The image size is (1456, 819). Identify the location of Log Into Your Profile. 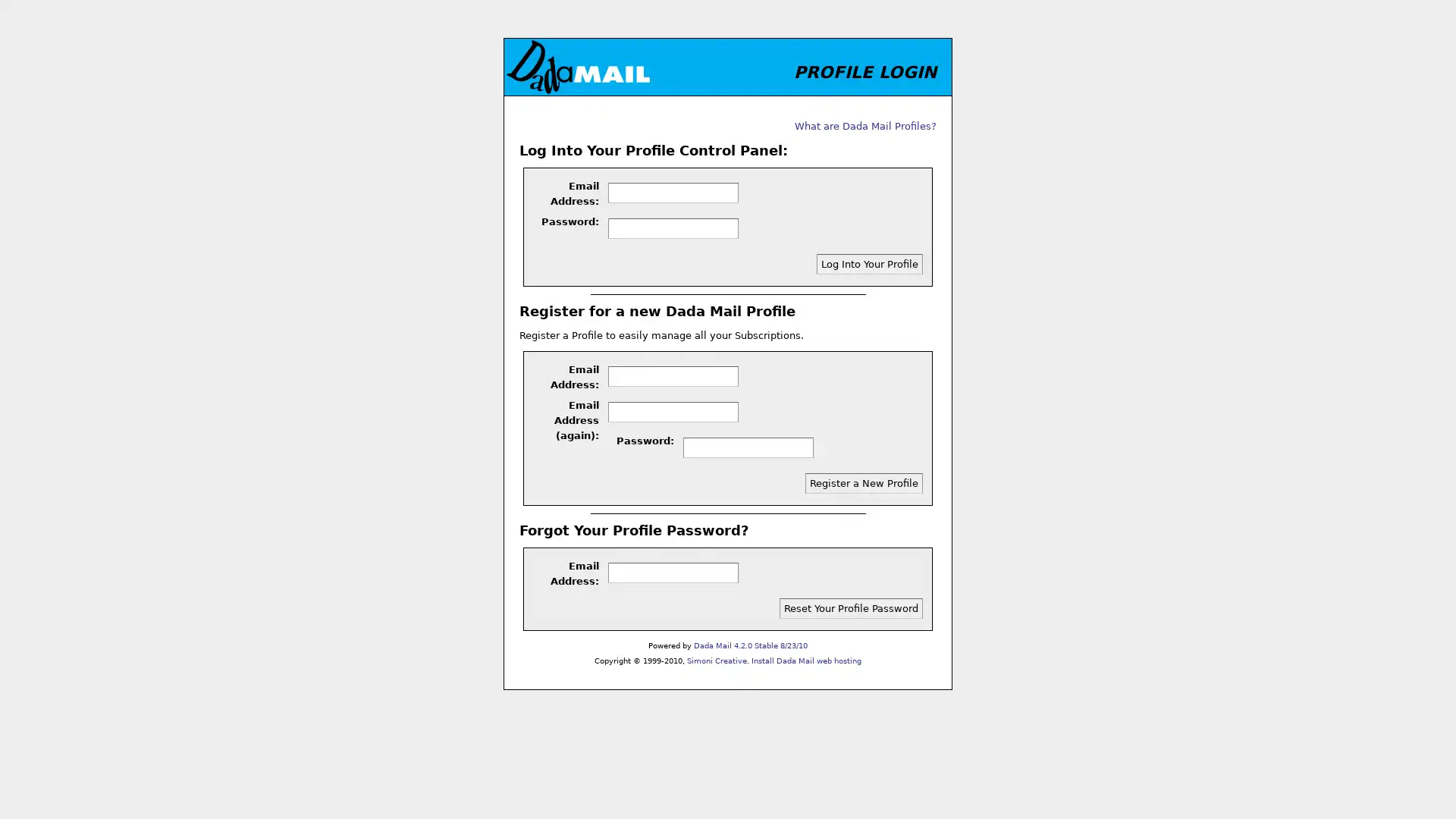
(870, 262).